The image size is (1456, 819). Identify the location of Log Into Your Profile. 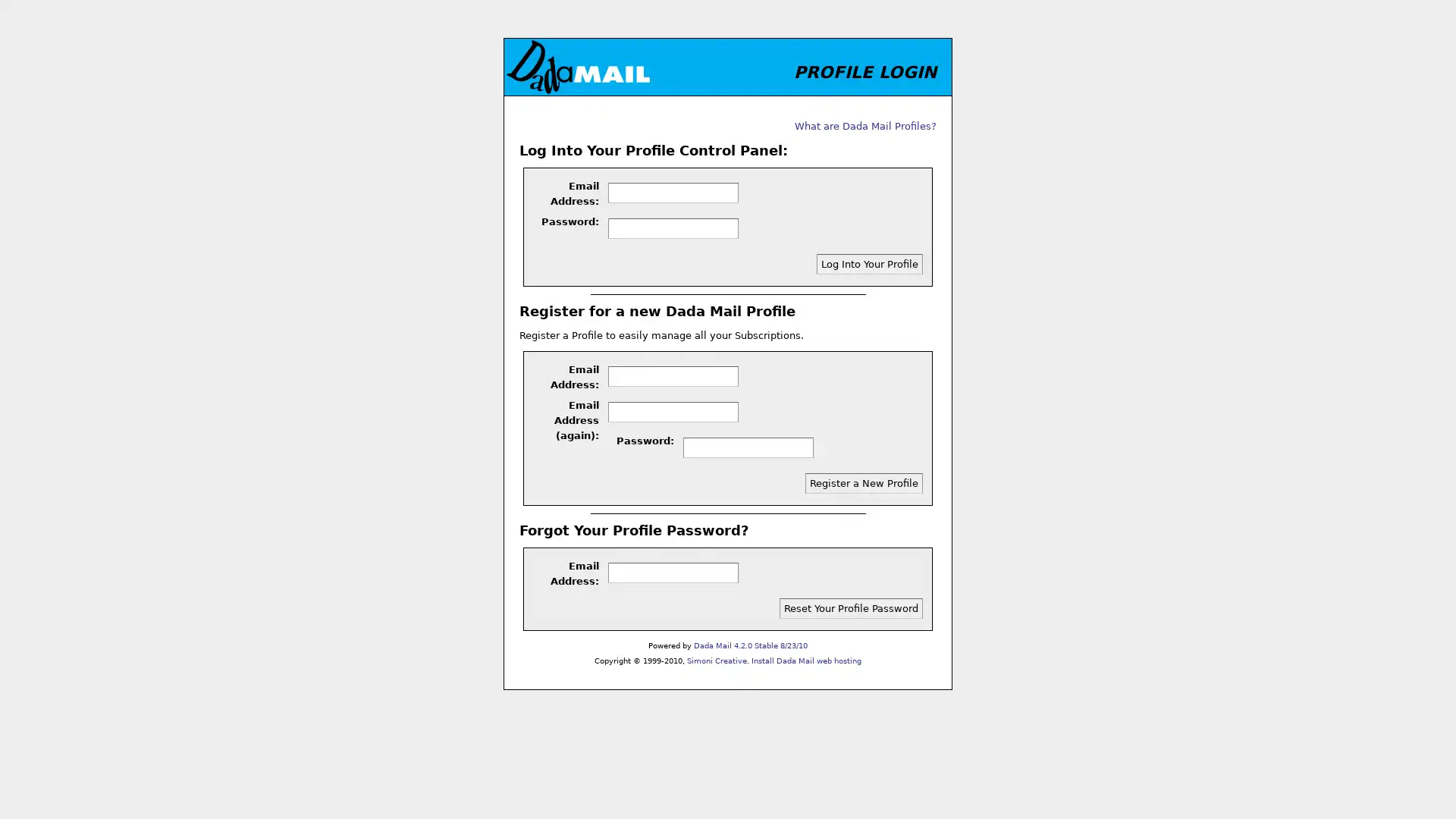
(870, 262).